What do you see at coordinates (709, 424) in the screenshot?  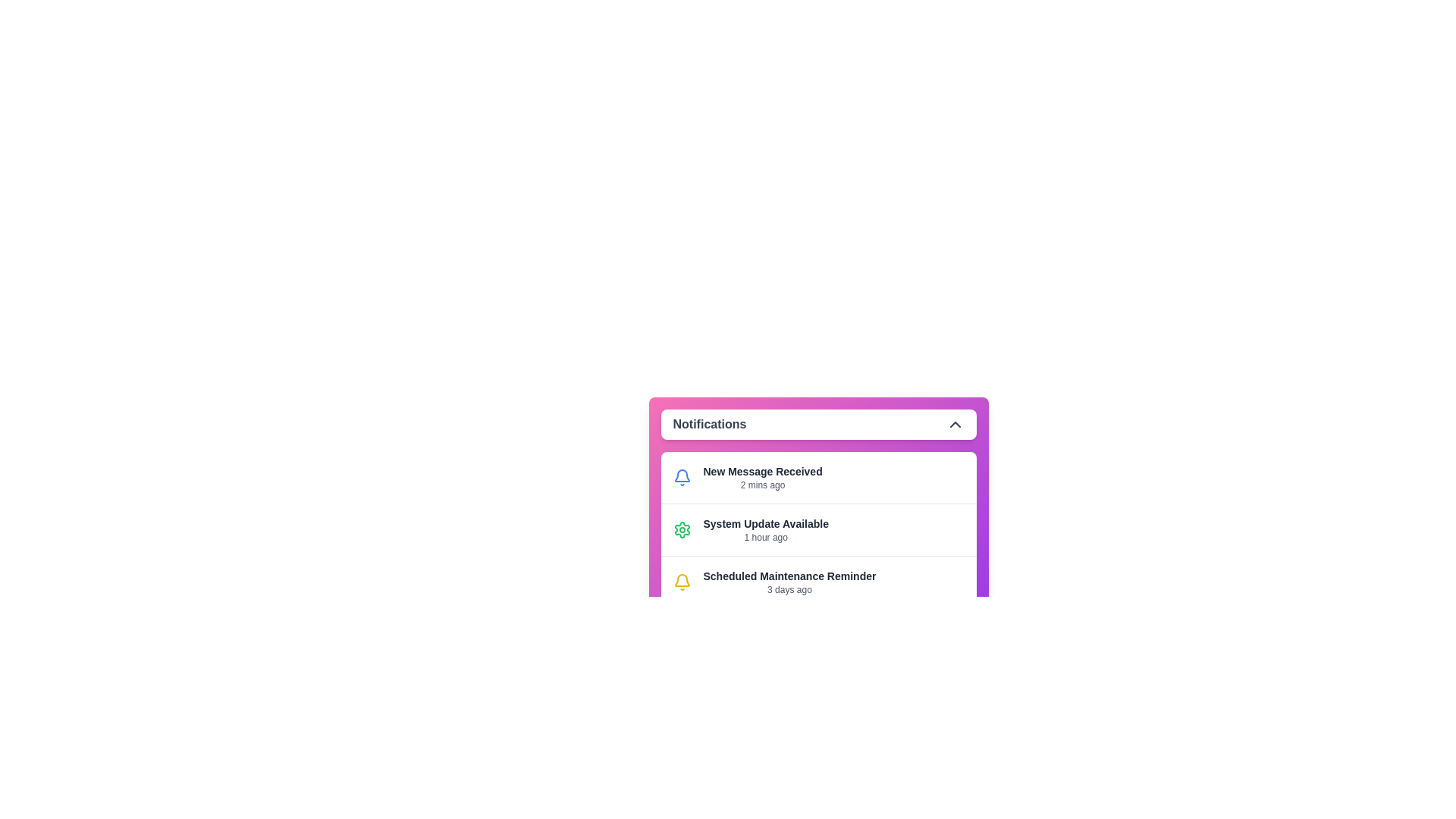 I see `the bold text label reading 'Notifications' in dark gray color located in the top header bar with a white background` at bounding box center [709, 424].